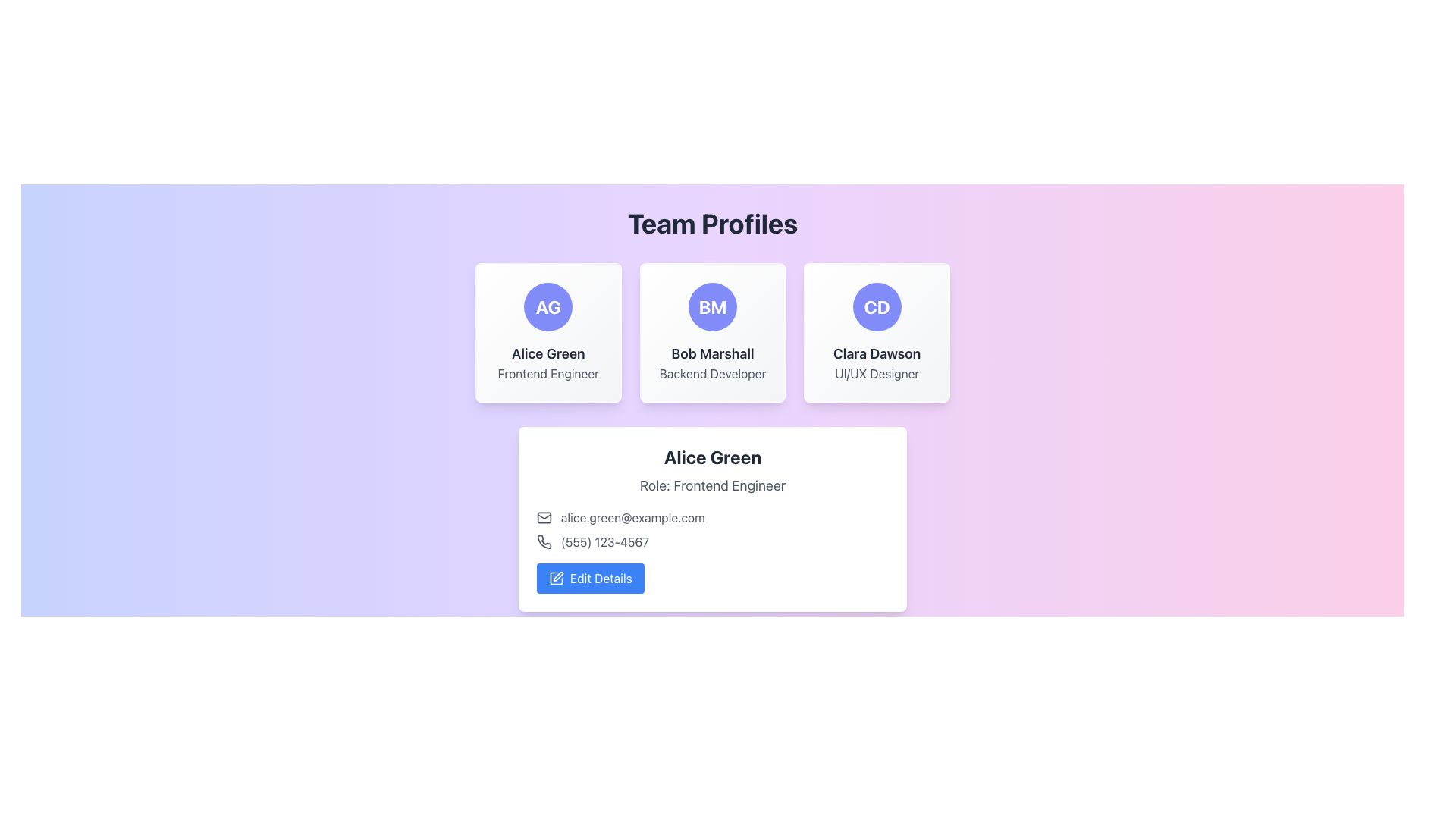 The height and width of the screenshot is (819, 1456). What do you see at coordinates (548, 374) in the screenshot?
I see `the static text label displaying the title 'Frontend Engineer' located below the name 'Alice Green' in the user profile card` at bounding box center [548, 374].